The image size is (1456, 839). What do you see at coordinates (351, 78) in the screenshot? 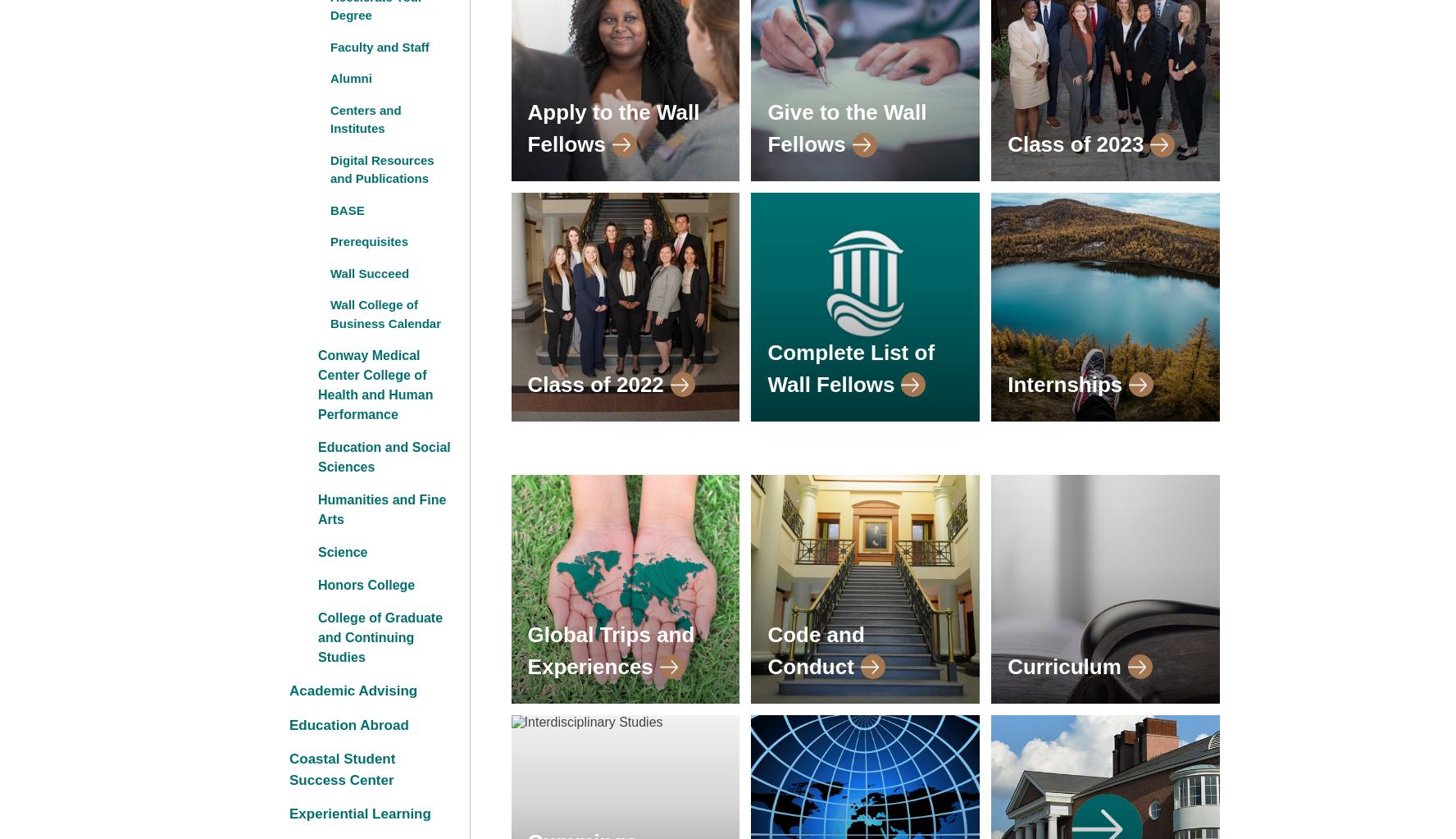
I see `'Alumni'` at bounding box center [351, 78].